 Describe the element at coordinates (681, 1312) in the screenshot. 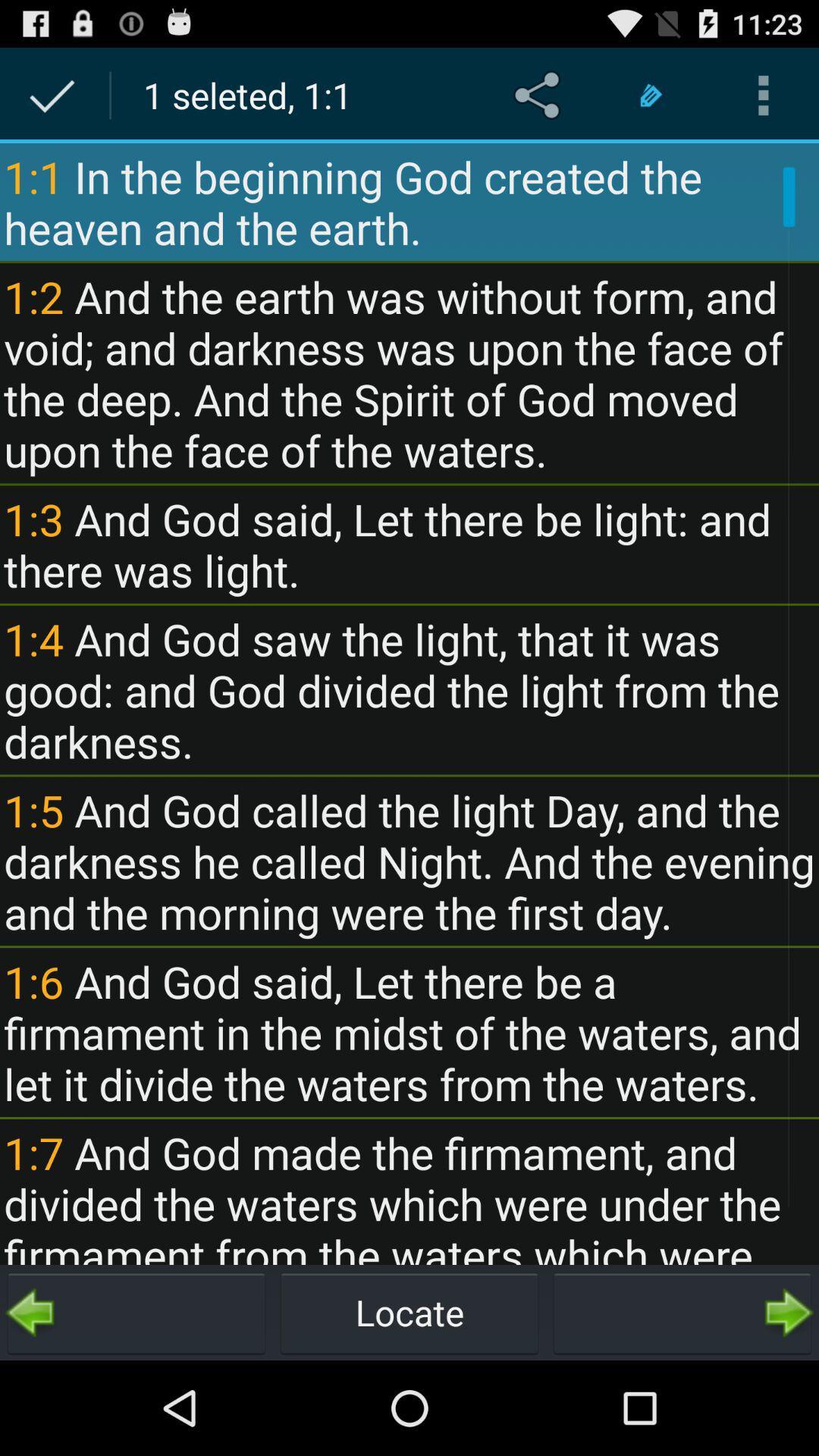

I see `the item below 1 7 and app` at that location.